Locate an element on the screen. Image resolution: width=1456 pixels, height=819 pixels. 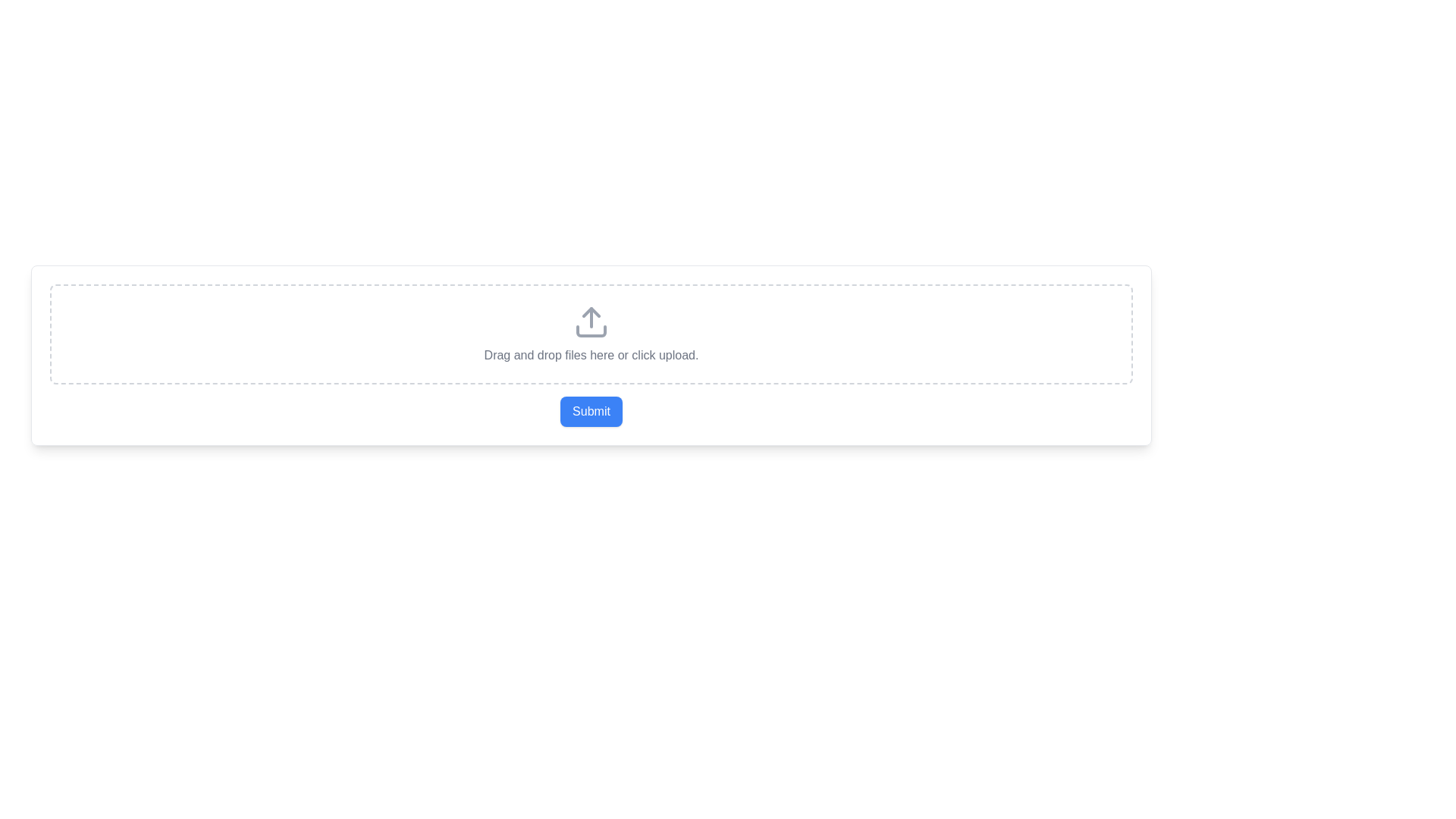
the instructional text label that guides users on how to upload files, located centrally below the upload icon within the dashed-bordered area is located at coordinates (590, 356).